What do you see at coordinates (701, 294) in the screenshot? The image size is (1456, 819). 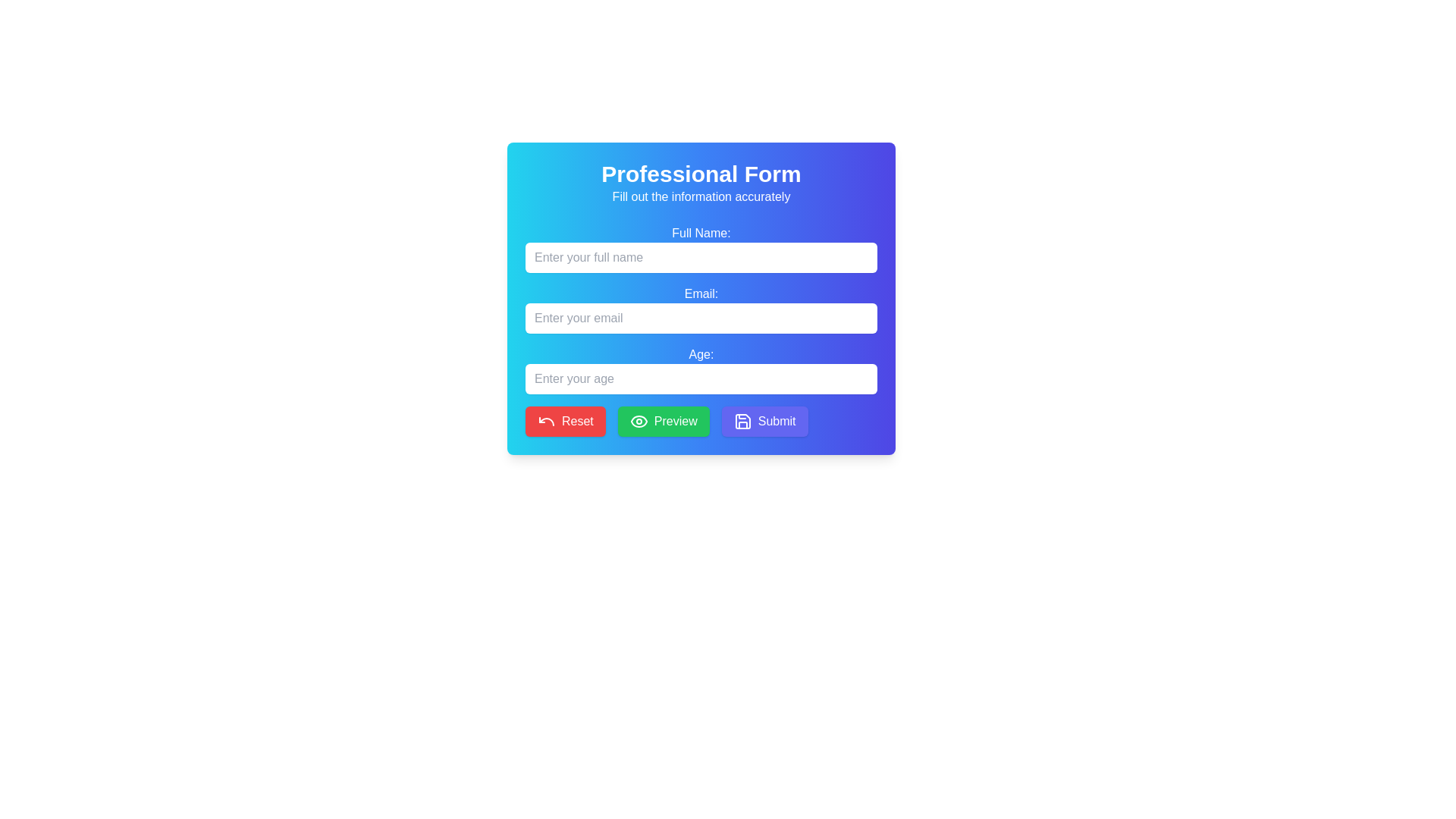 I see `the text label displaying 'Email:' which is centrally positioned in the form area above the email input field and below the 'Full Name:' label` at bounding box center [701, 294].